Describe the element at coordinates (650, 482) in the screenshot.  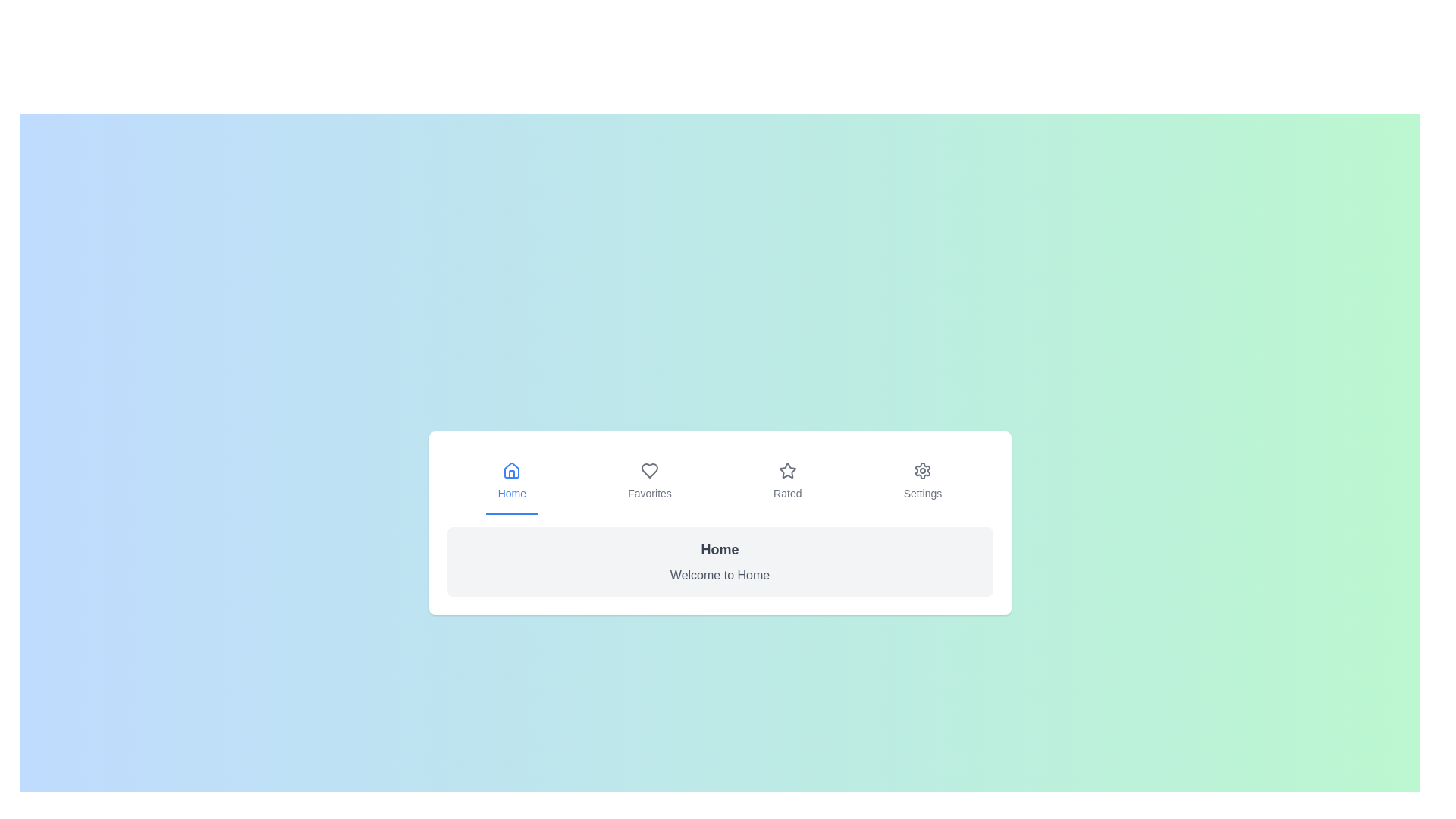
I see `the tab labeled Favorites` at that location.